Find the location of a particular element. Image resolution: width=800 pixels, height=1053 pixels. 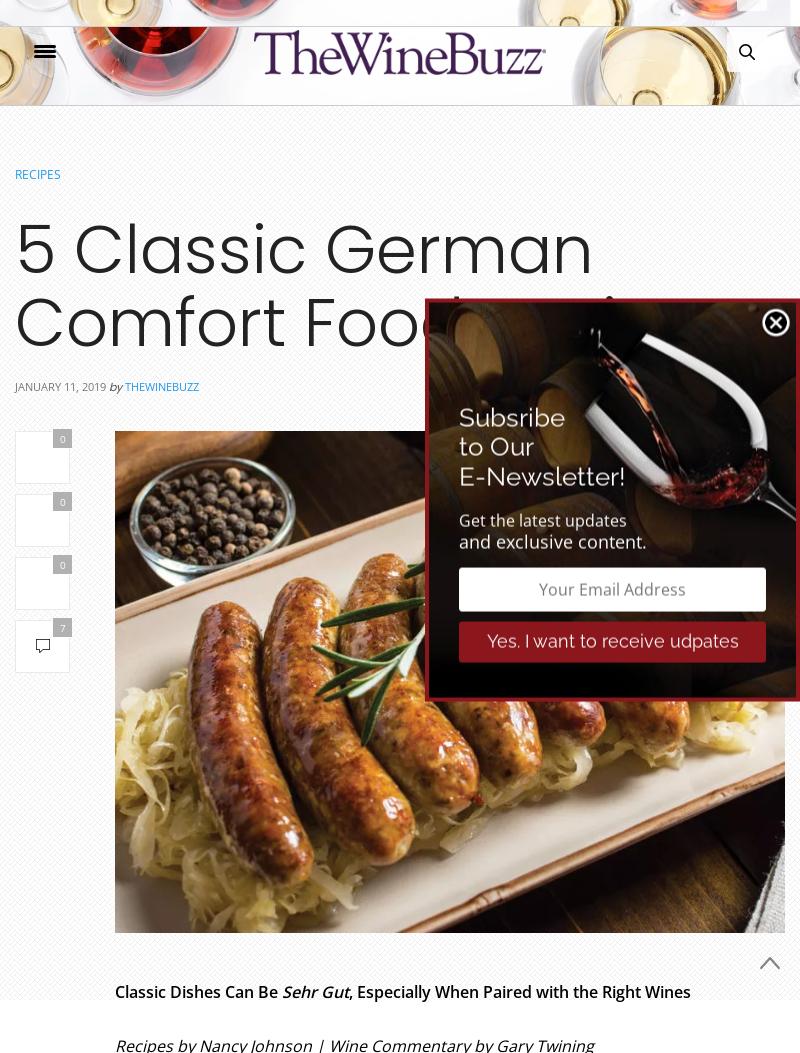

'Sehr Gut' is located at coordinates (314, 992).